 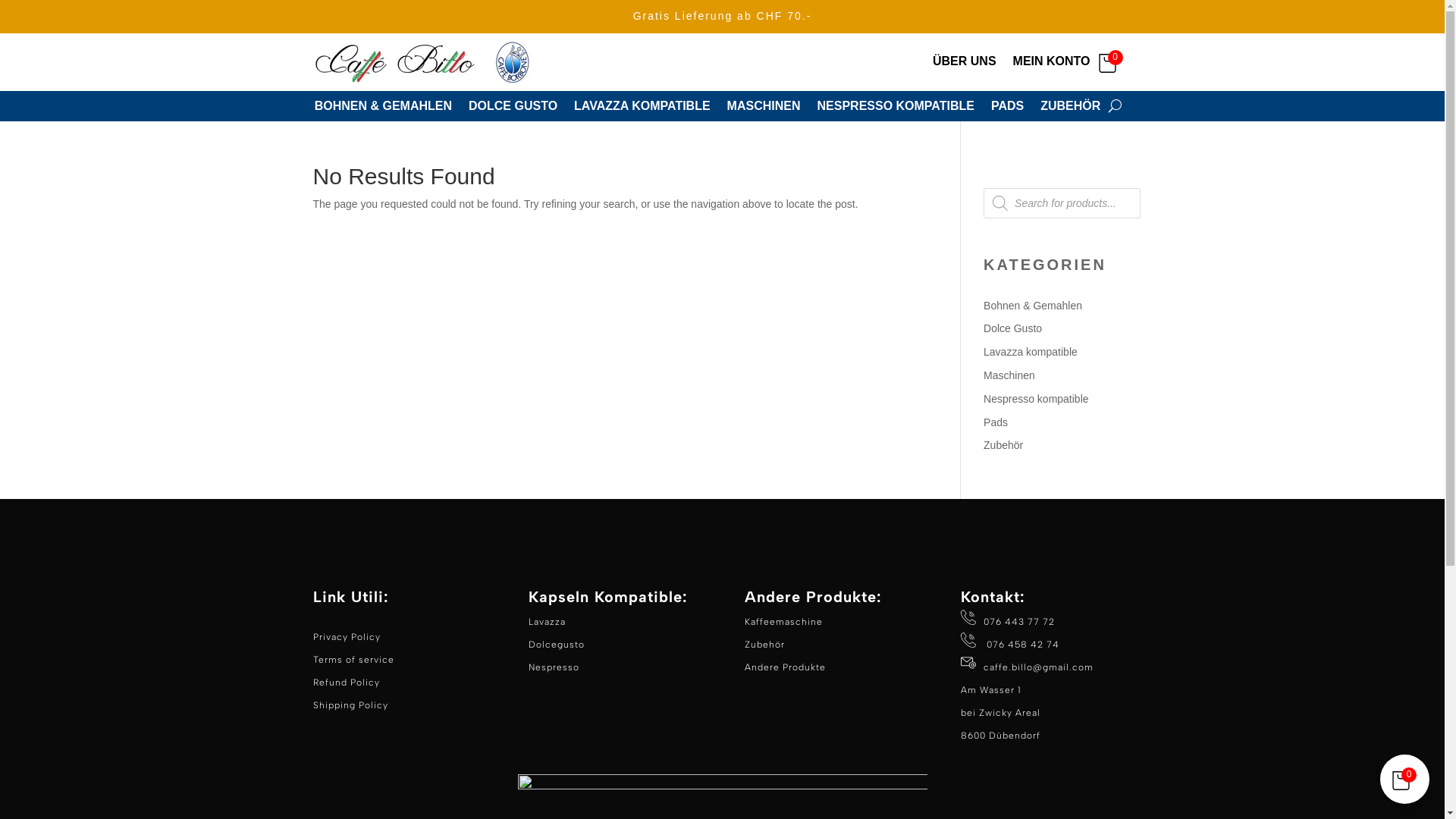 I want to click on 'Maschinen', so click(x=983, y=375).